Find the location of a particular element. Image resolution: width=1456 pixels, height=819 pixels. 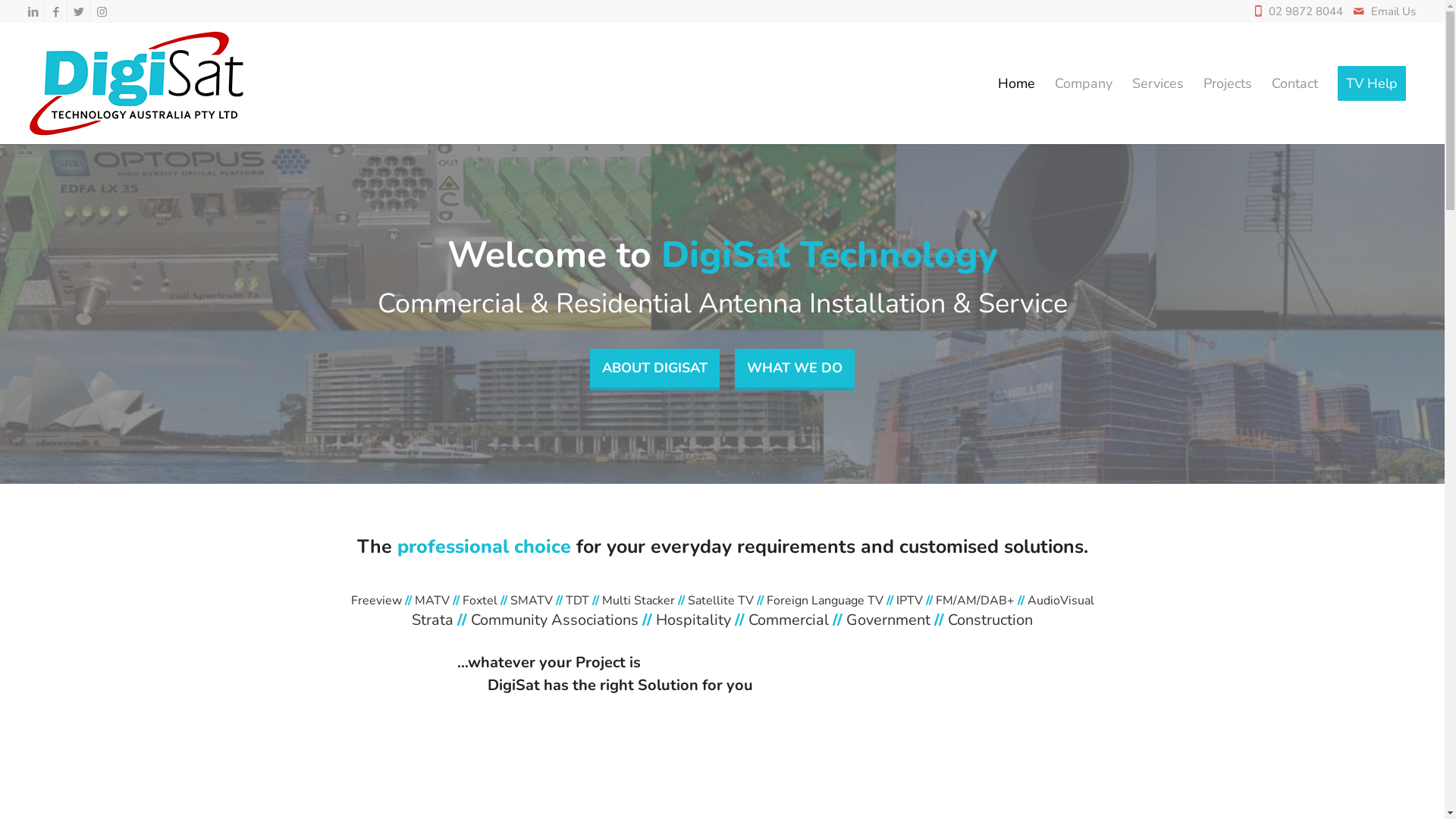

'Twitter' is located at coordinates (77, 11).